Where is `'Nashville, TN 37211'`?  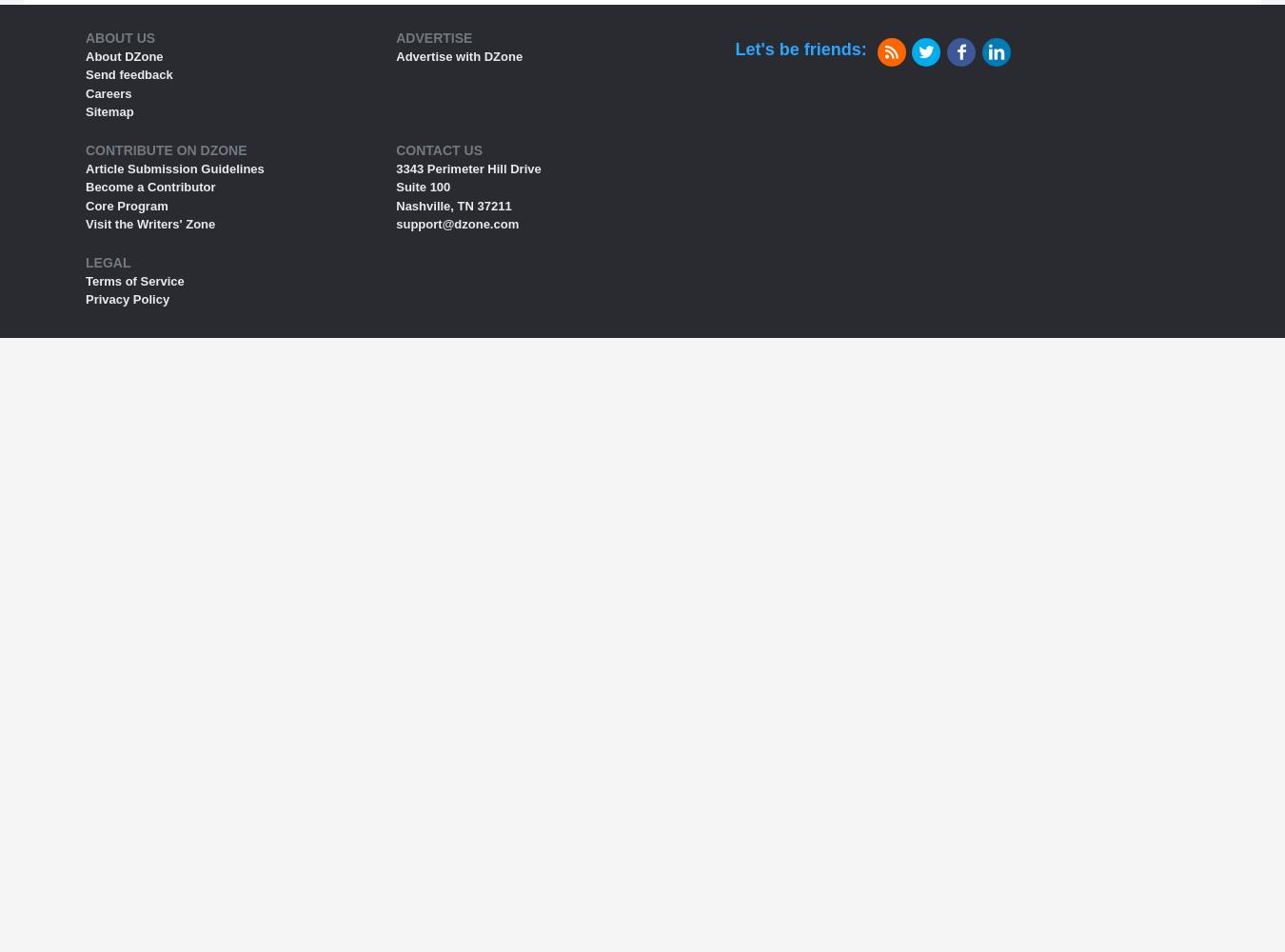 'Nashville, TN 37211' is located at coordinates (452, 204).